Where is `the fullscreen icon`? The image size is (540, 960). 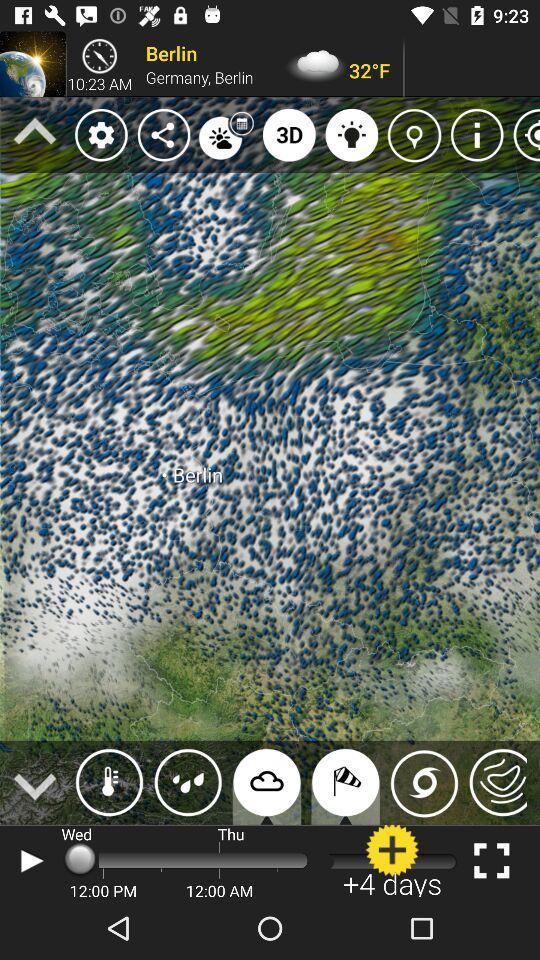 the fullscreen icon is located at coordinates (490, 859).